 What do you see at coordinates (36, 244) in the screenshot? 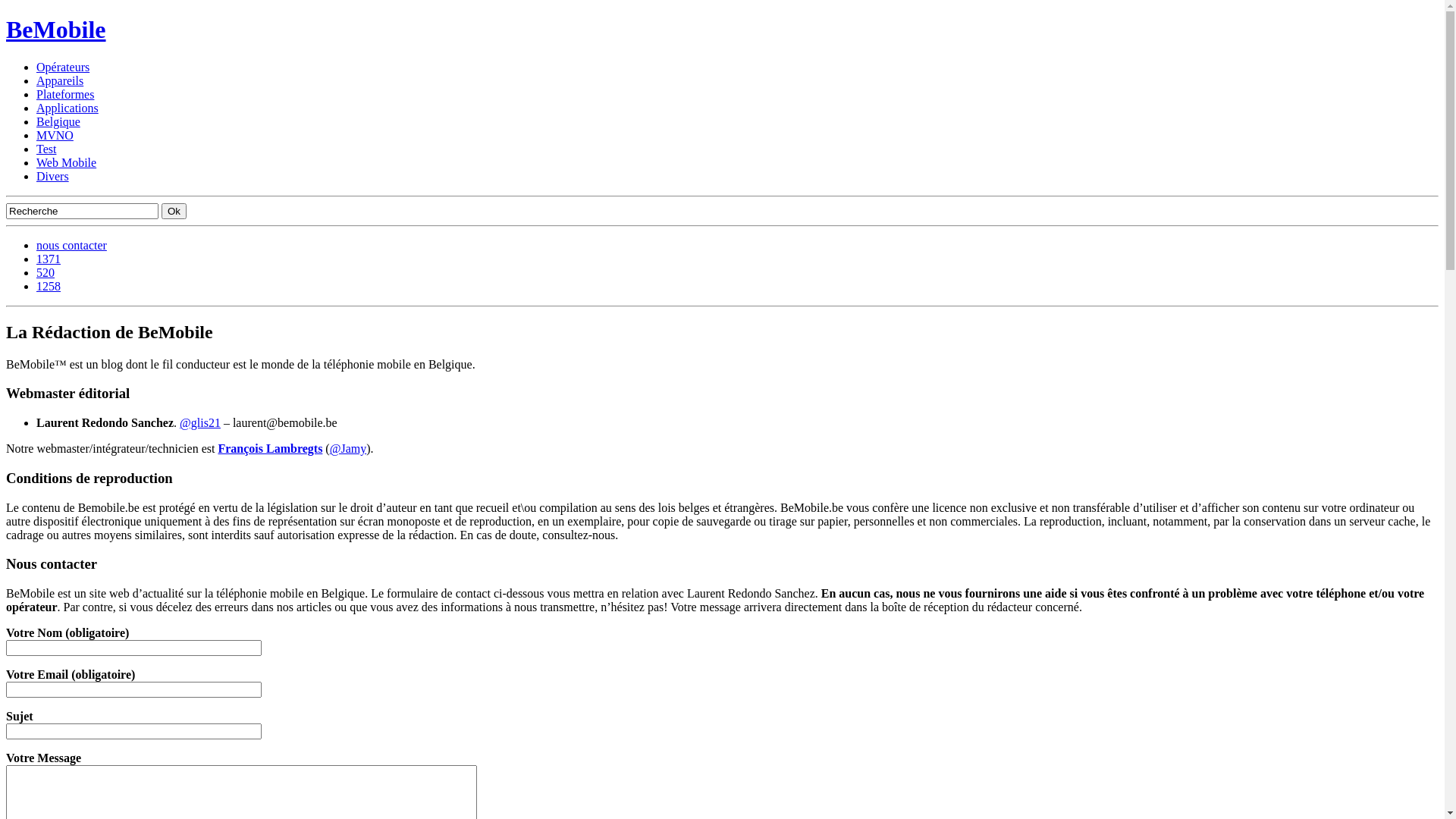
I see `'nous contacter'` at bounding box center [36, 244].